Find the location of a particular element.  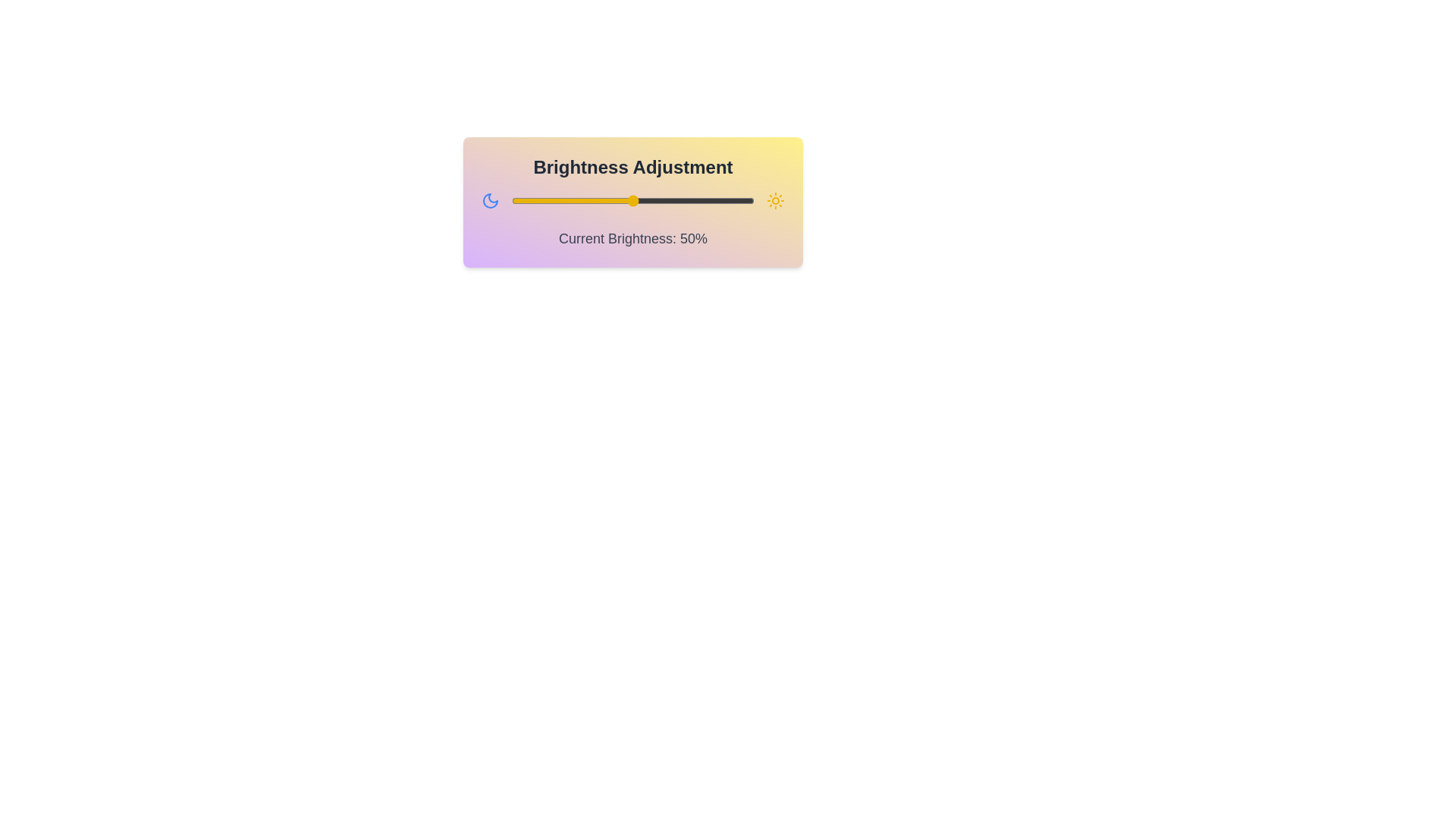

the brightness slider to 83% is located at coordinates (712, 200).